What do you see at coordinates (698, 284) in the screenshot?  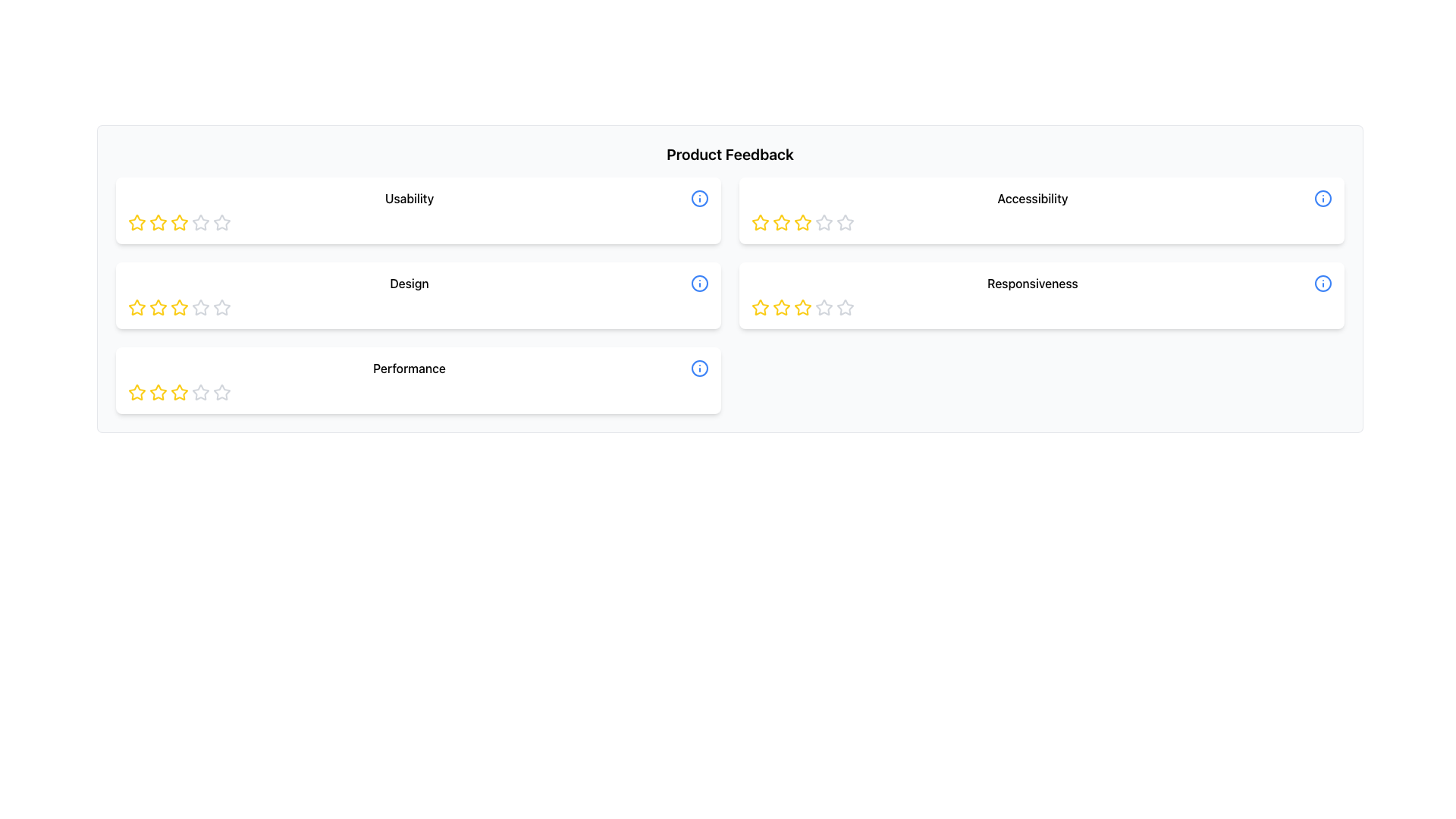 I see `the informational icon located to the far right of the 'Design' section, aligned horizontally with the text` at bounding box center [698, 284].